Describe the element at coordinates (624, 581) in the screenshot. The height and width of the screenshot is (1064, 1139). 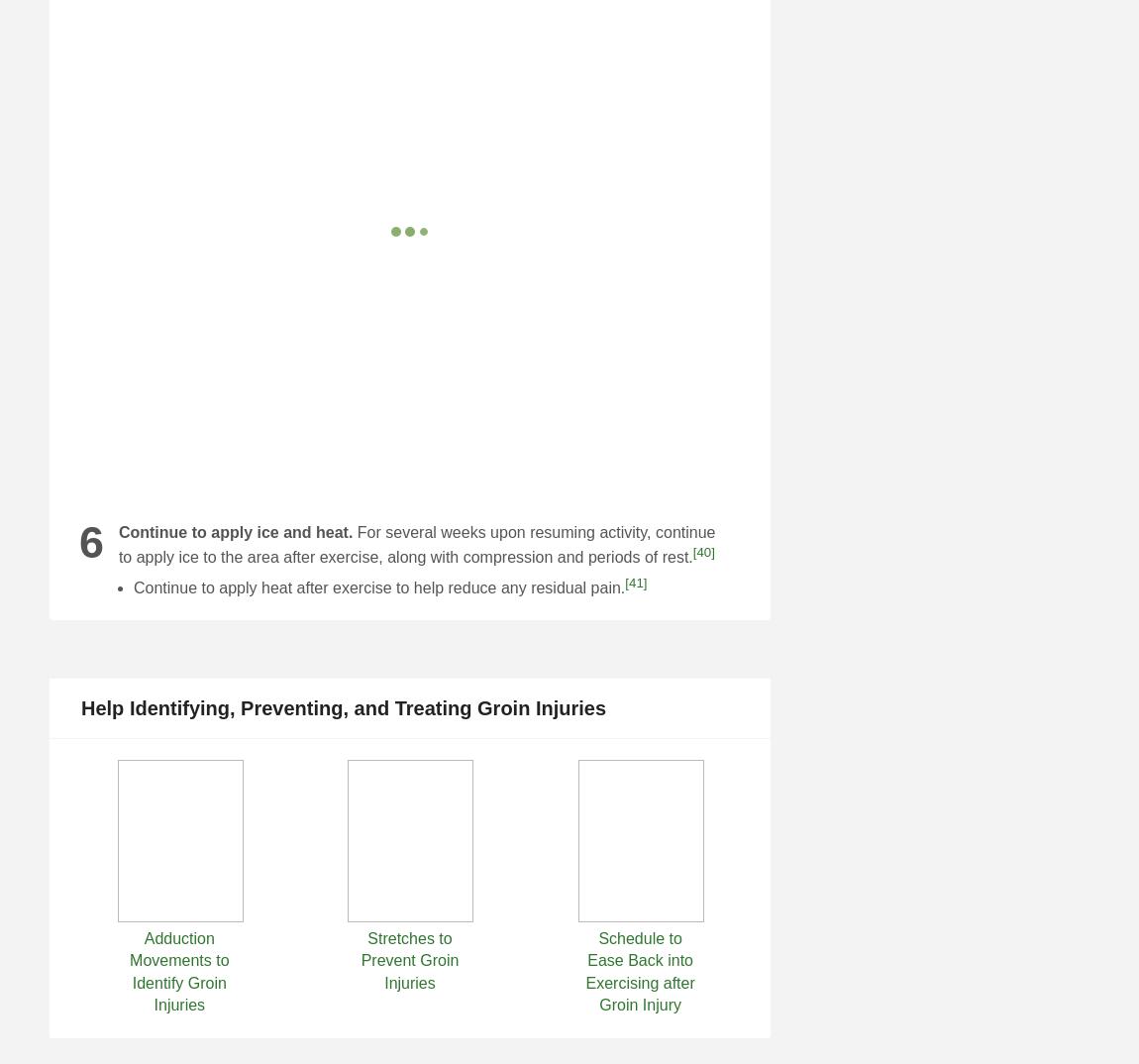
I see `'[41]'` at that location.